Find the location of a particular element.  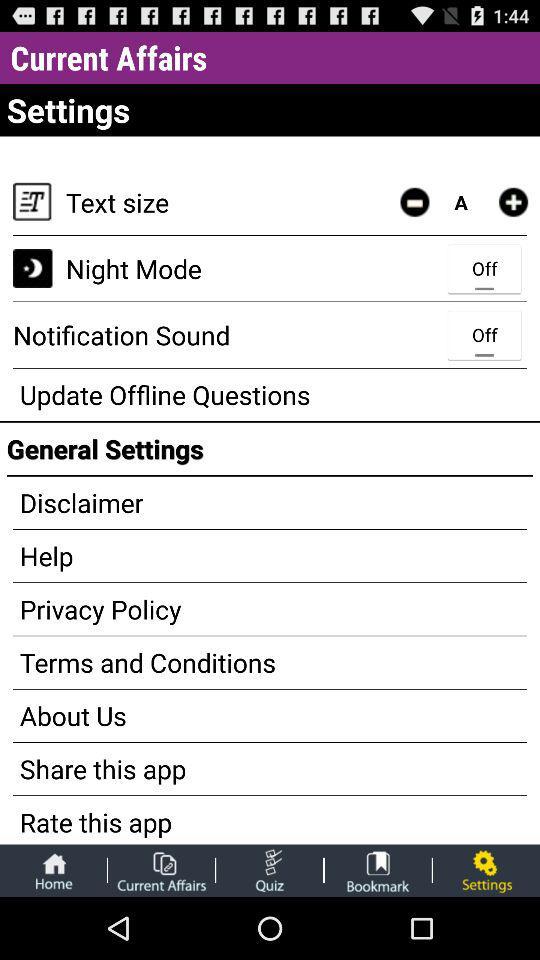

the update offline questions is located at coordinates (270, 393).